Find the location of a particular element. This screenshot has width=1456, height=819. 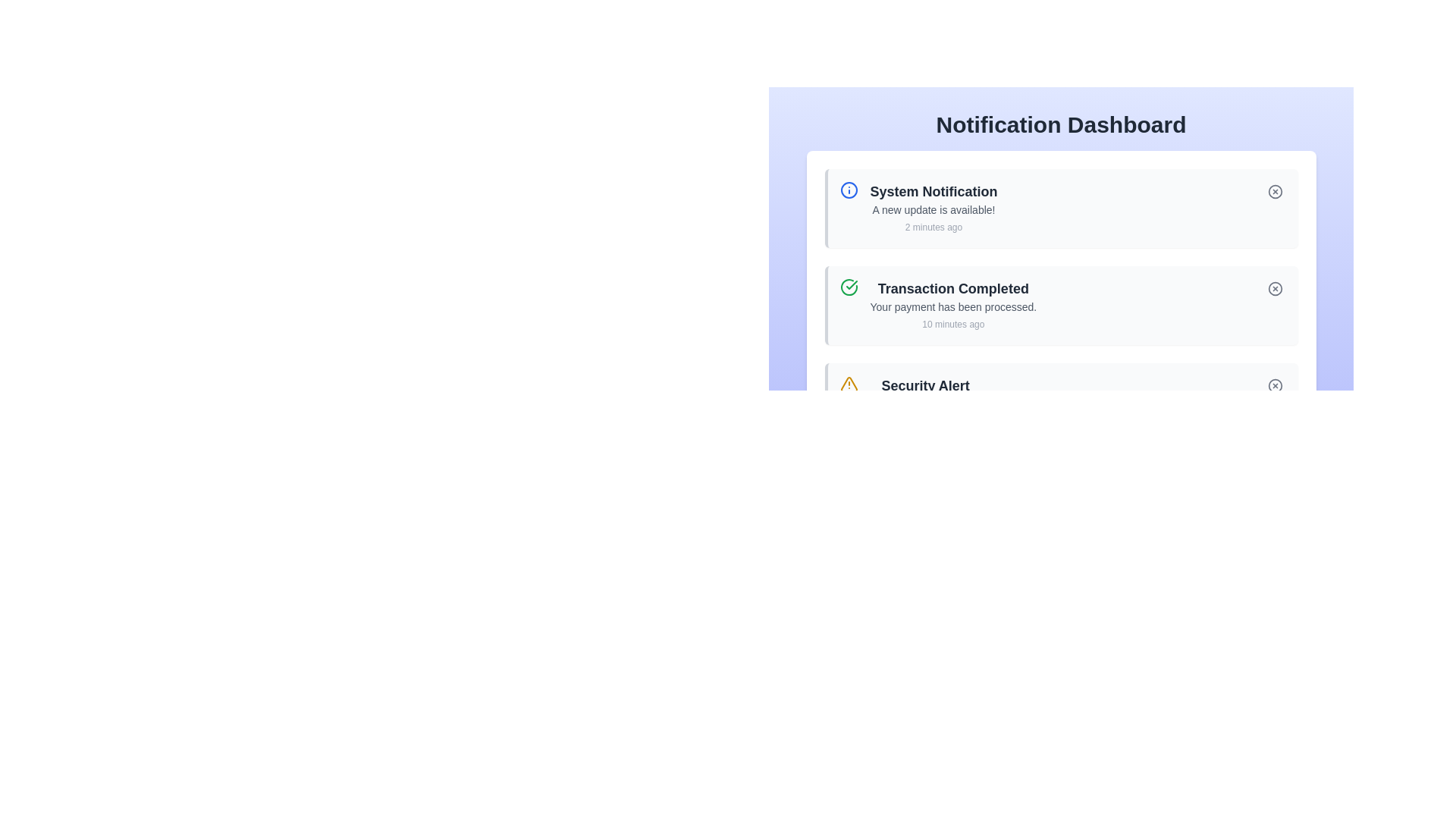

the Text Block displaying system notification information in the first notification card under the 'Notification Dashboard' is located at coordinates (933, 208).